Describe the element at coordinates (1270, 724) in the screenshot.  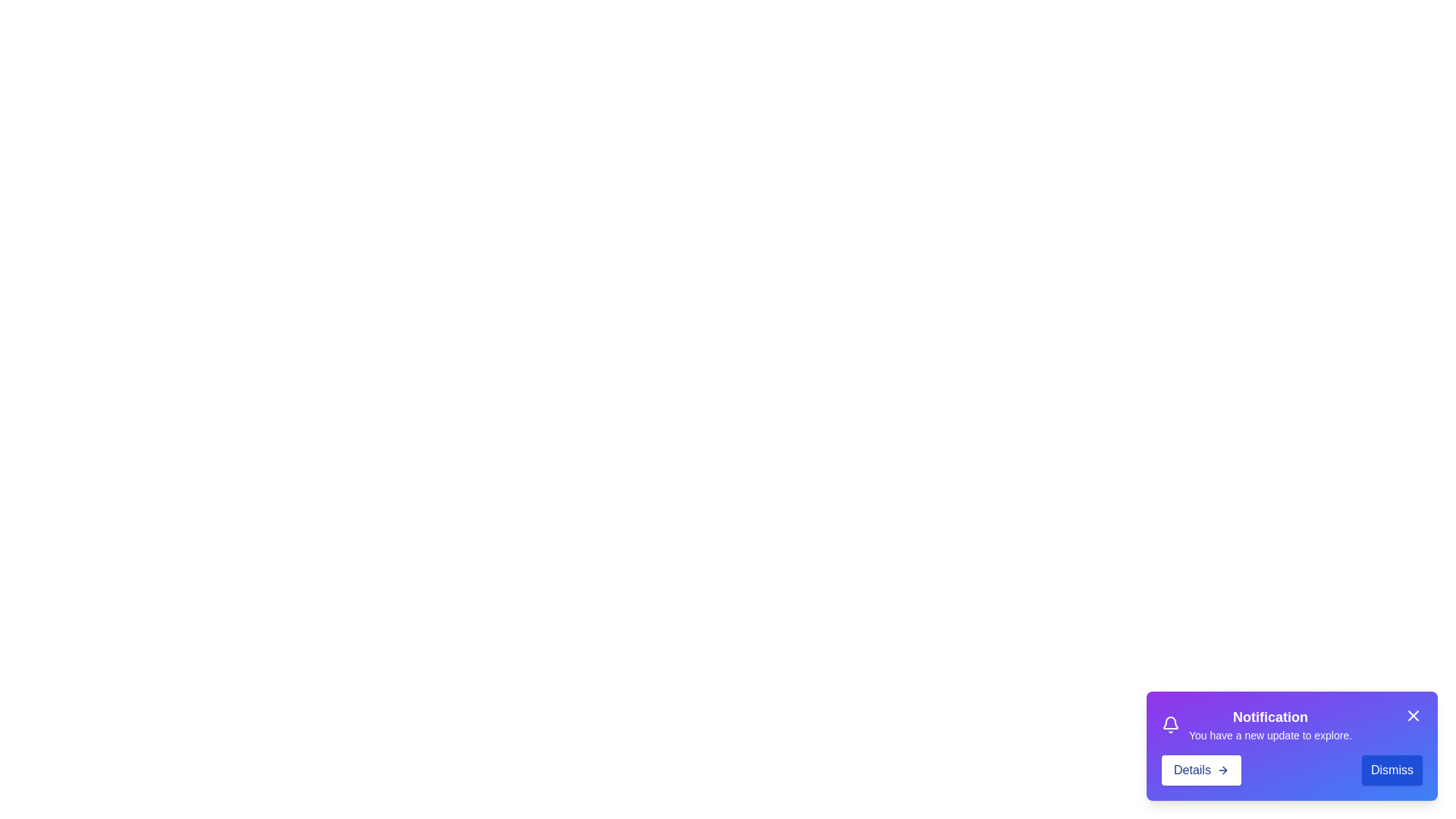
I see `notification text block that displays 'Notification' and 'You have a new update to explore.' positioned within a purple notification box on the right side of the notification panel` at that location.